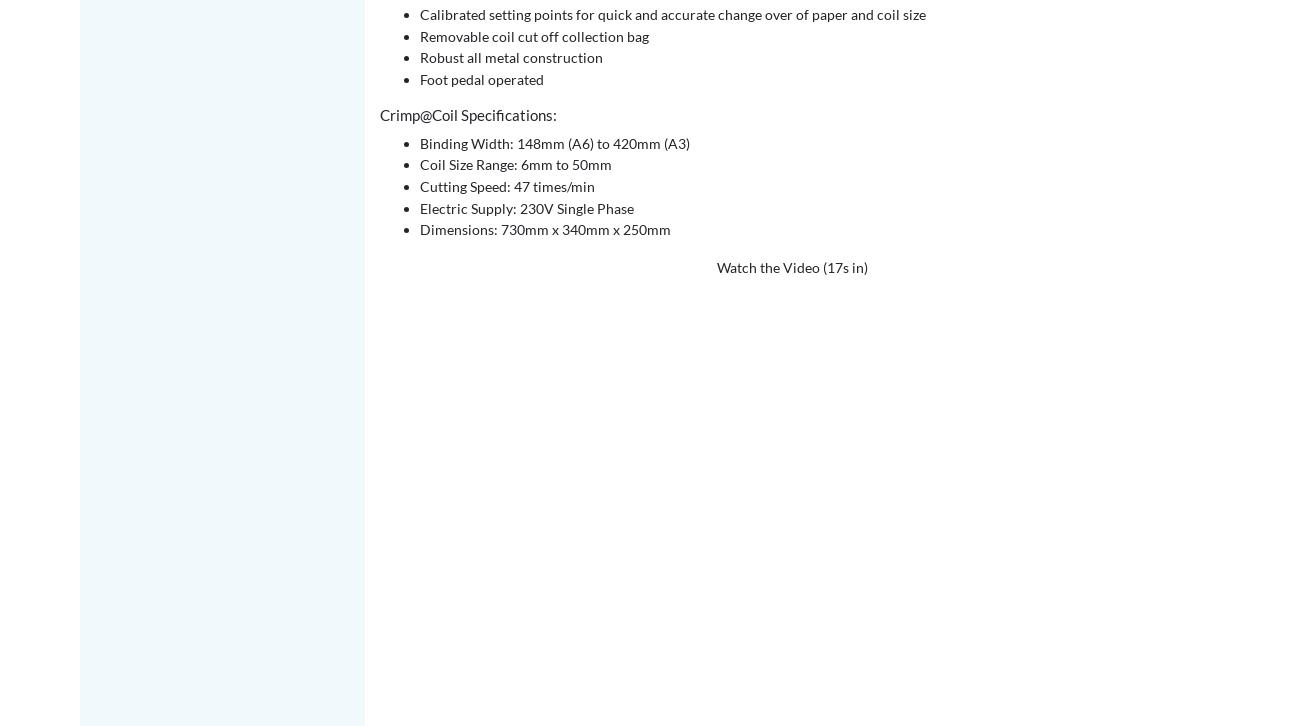 This screenshot has height=726, width=1300. I want to click on 'Cutting Speed: 47 times/min', so click(507, 185).